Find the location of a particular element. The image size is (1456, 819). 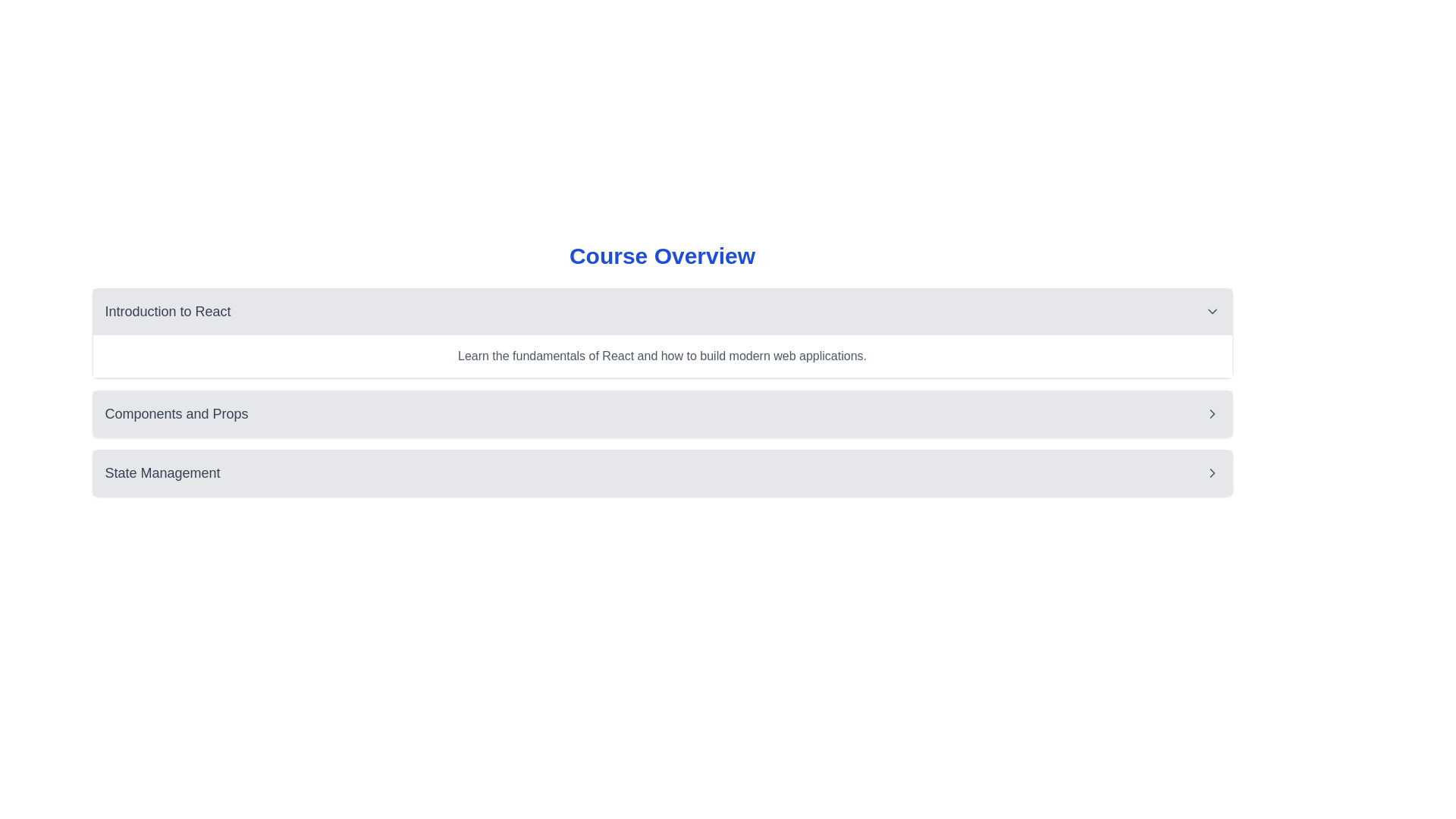

the Interactive List Item displaying 'Components and Props' is located at coordinates (662, 414).